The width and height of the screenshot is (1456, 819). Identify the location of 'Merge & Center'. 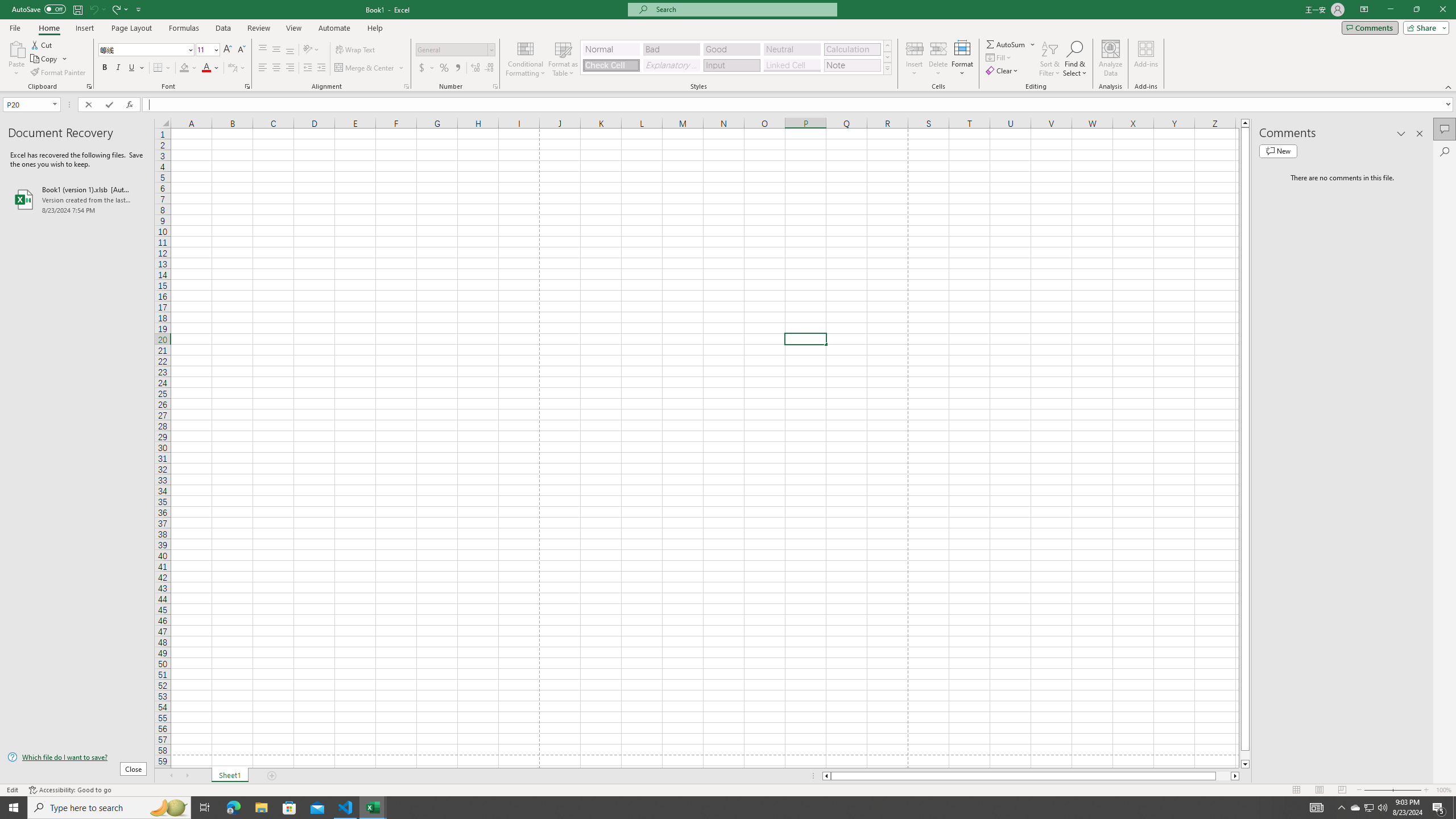
(369, 67).